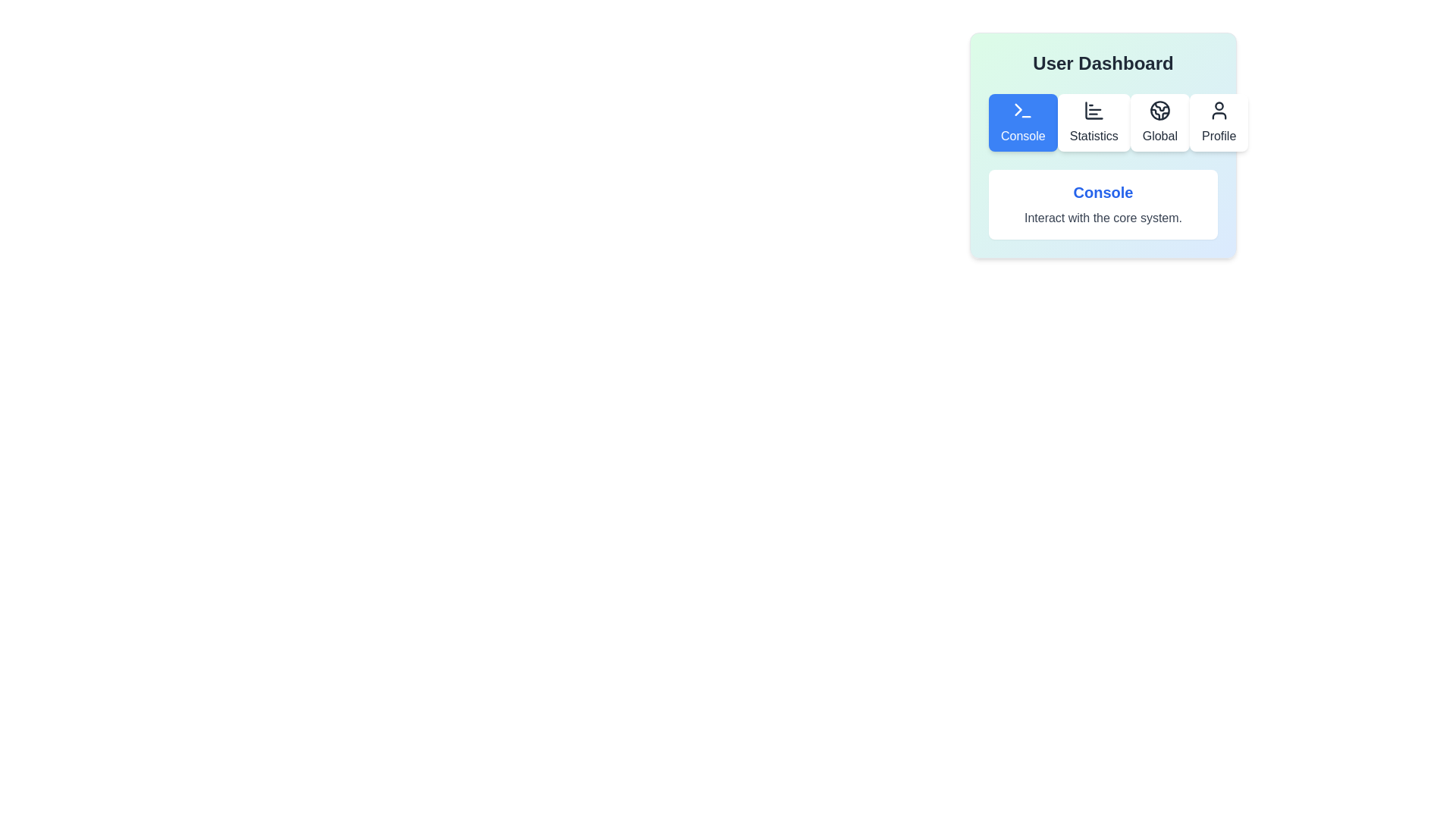  What do you see at coordinates (1219, 122) in the screenshot?
I see `the Profile tab` at bounding box center [1219, 122].